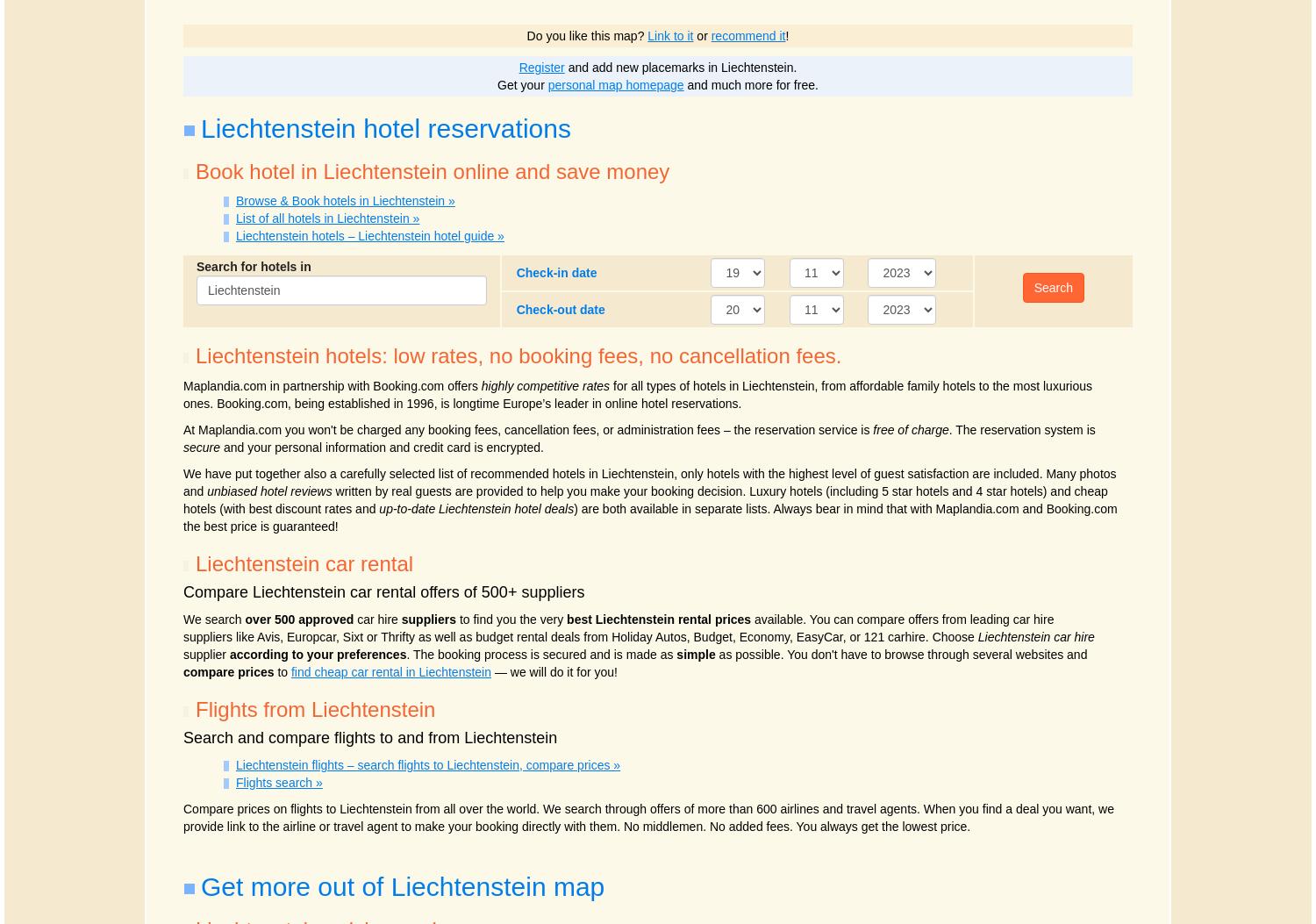 The height and width of the screenshot is (924, 1316). Describe the element at coordinates (384, 126) in the screenshot. I see `'Liechtenstein hotel reservations'` at that location.